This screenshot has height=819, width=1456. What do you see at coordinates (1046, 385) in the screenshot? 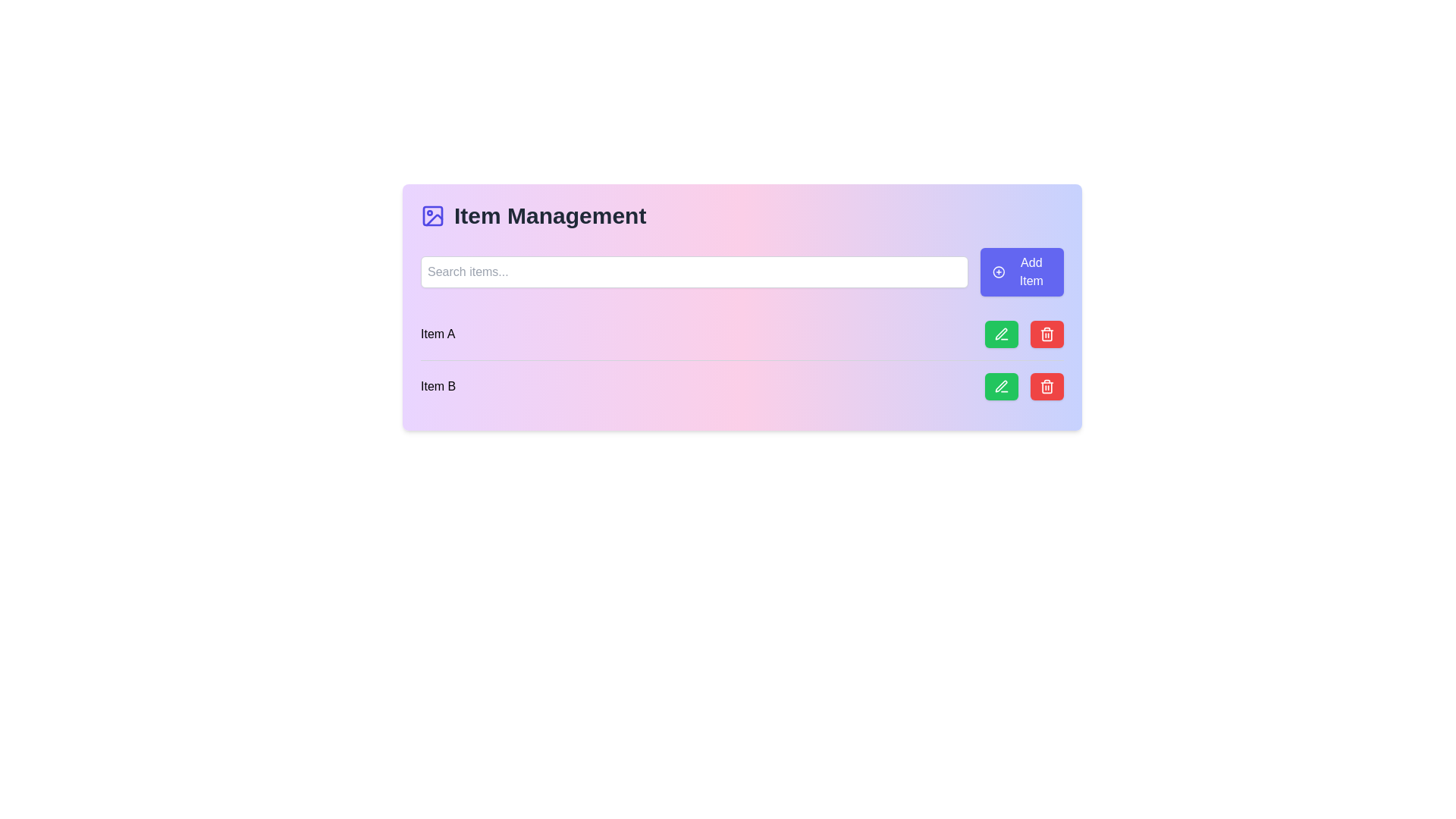
I see `the small rectangular red delete button with a white trash bin icon to observe its visual feedback` at bounding box center [1046, 385].